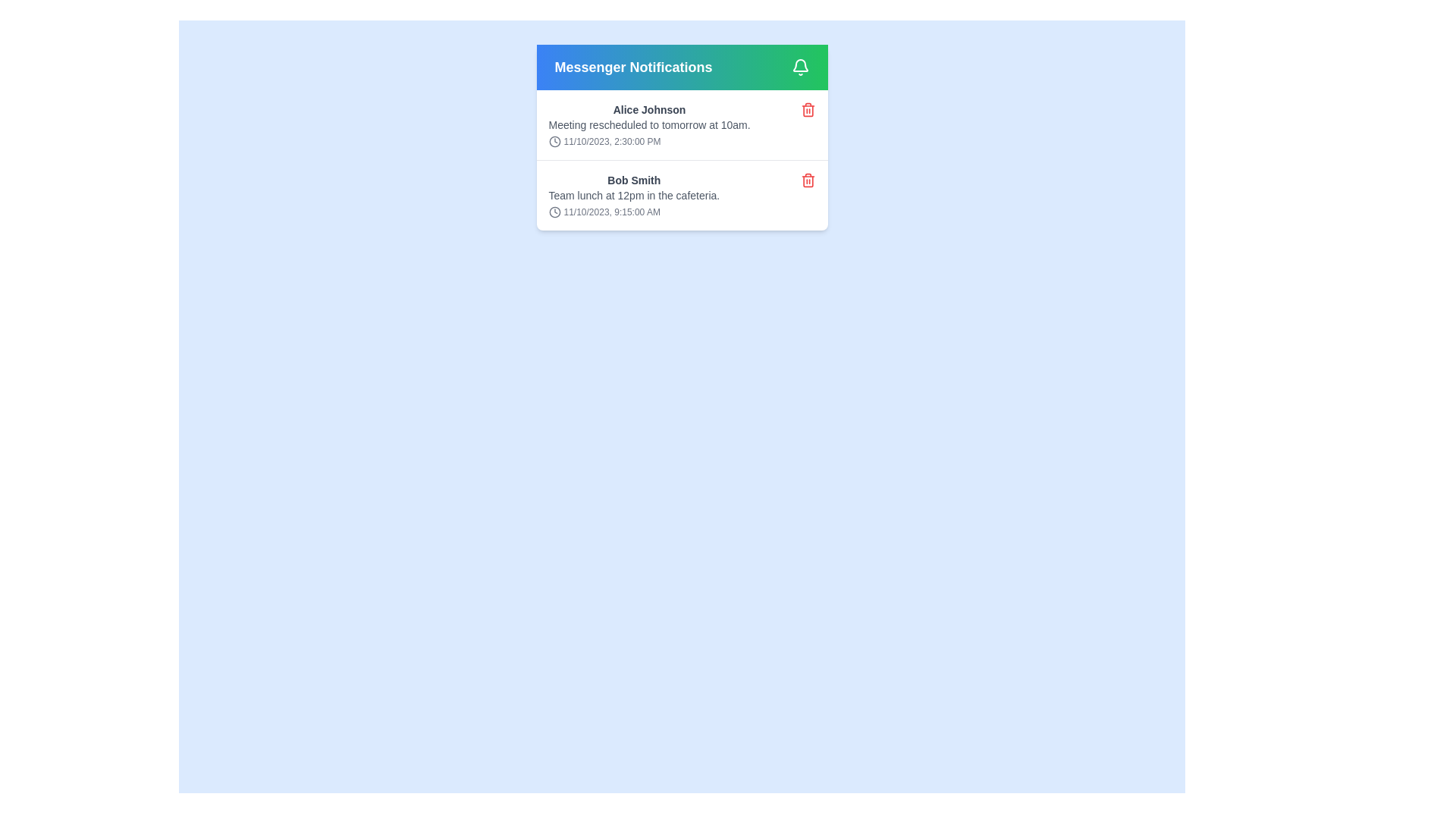 The width and height of the screenshot is (1456, 819). What do you see at coordinates (681, 194) in the screenshot?
I see `the notification card containing the header 'Bob Smith' and the description 'Team lunch at 12pm in the cafeteria.'` at bounding box center [681, 194].